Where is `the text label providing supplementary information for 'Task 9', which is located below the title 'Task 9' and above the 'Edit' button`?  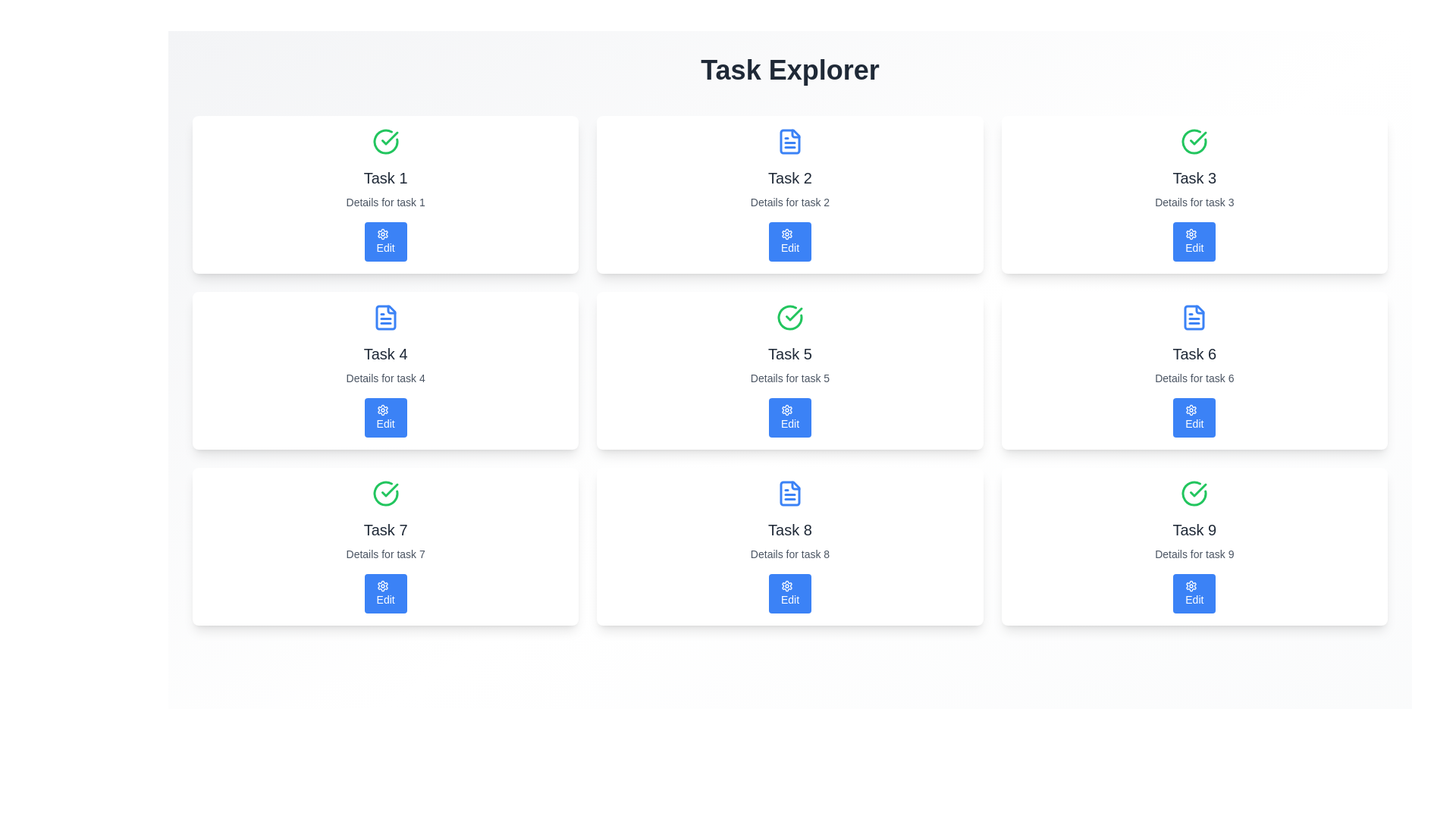
the text label providing supplementary information for 'Task 9', which is located below the title 'Task 9' and above the 'Edit' button is located at coordinates (1194, 554).